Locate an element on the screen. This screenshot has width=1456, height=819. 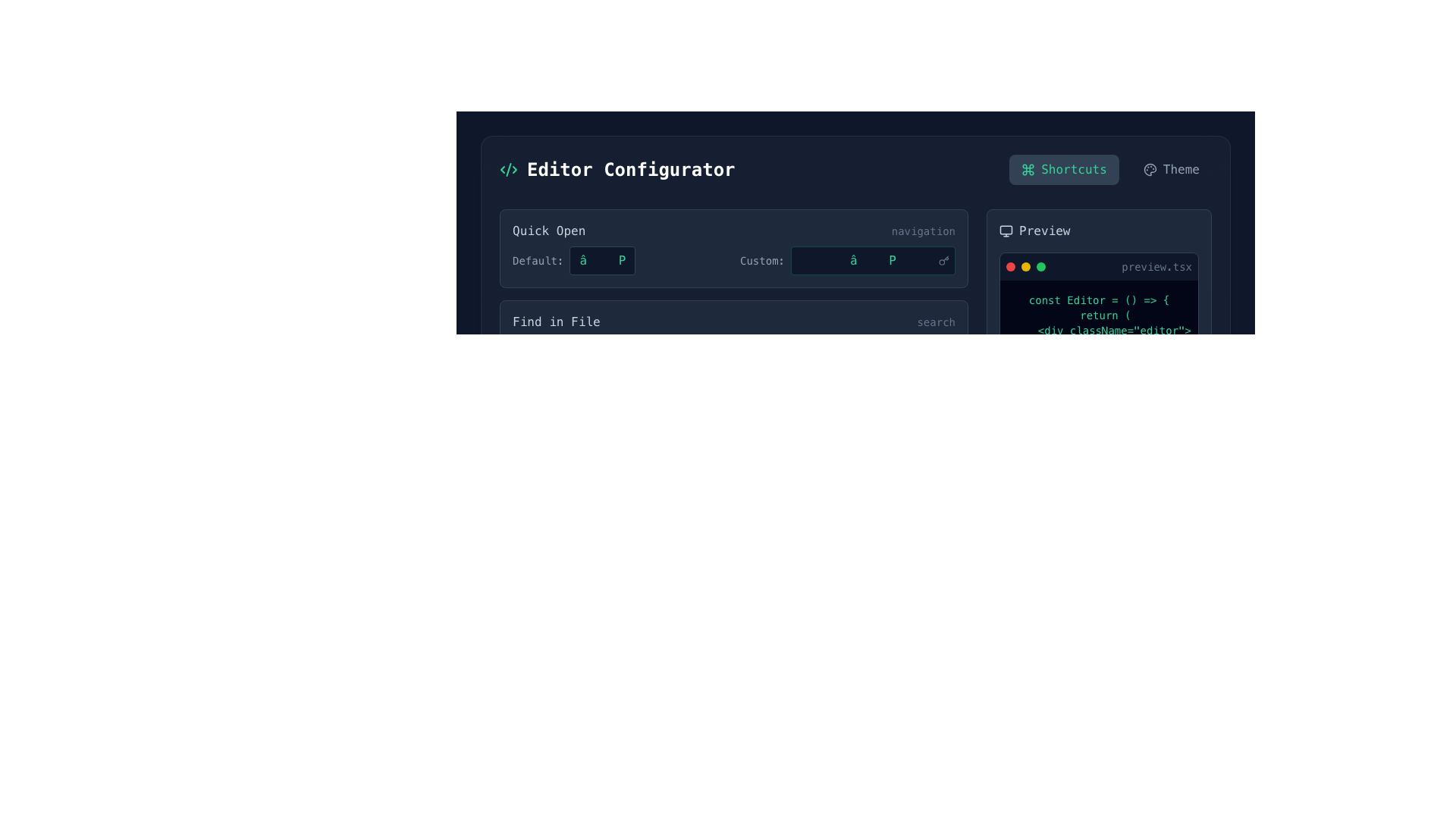
the decorative icon associated with the 'Preview' feature, located to the left of the 'Preview' label in the header of the preview section is located at coordinates (1006, 231).